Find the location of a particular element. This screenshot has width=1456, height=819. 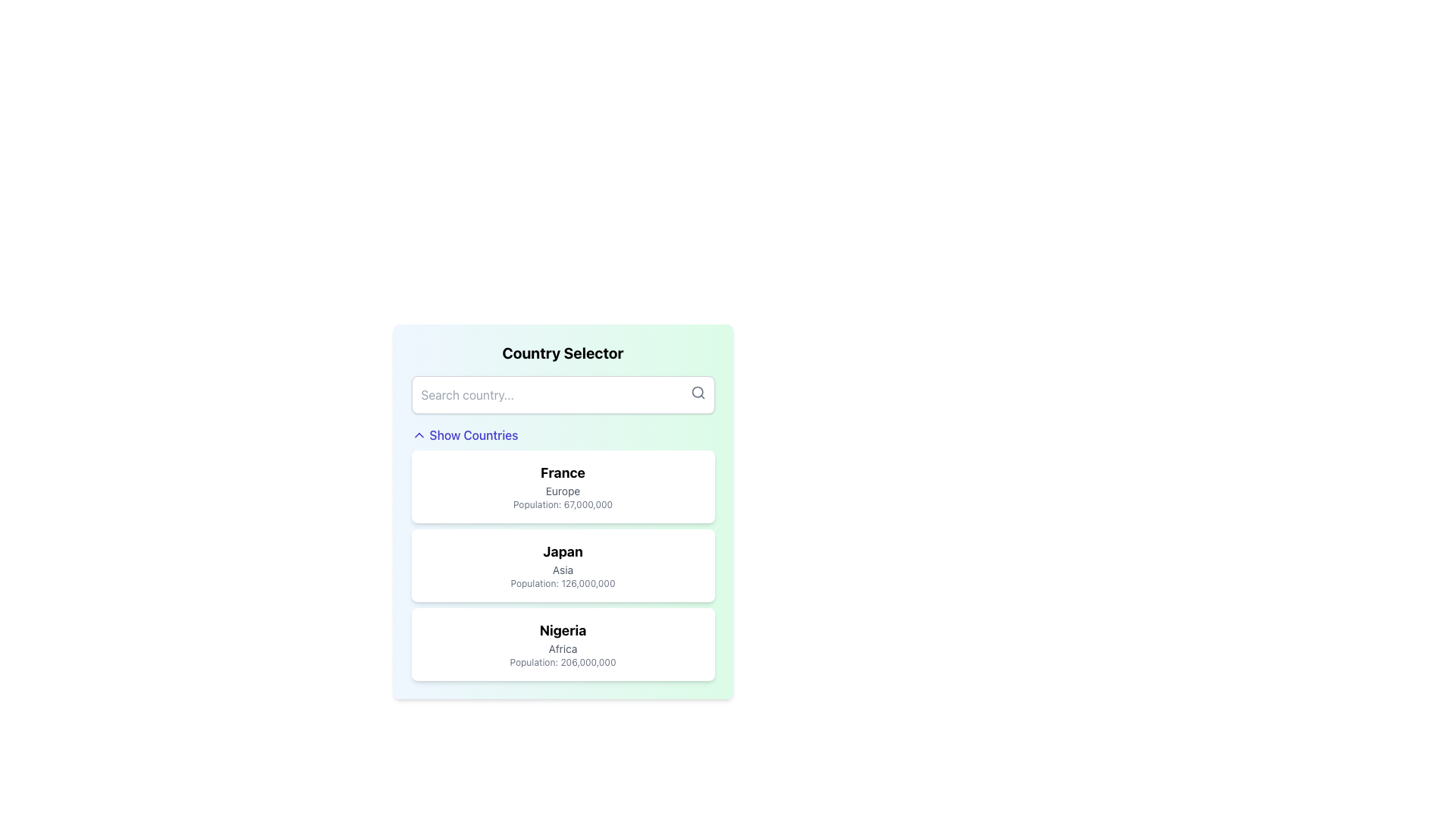

the 'Show Countries' button located below the search input box in the 'Country Selector' component is located at coordinates (464, 435).